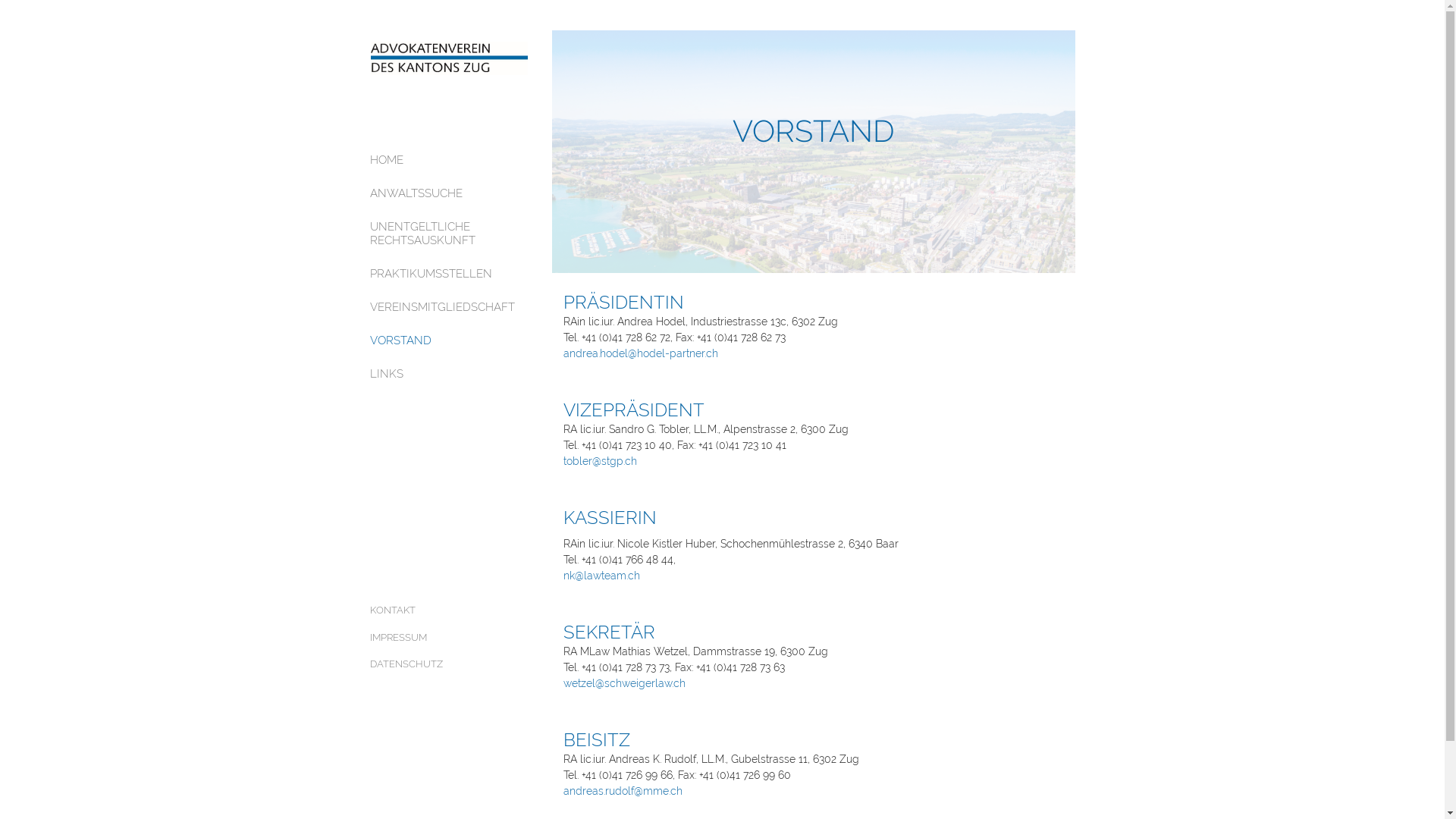 The width and height of the screenshot is (1456, 819). What do you see at coordinates (449, 663) in the screenshot?
I see `'DATENSCHUTZ'` at bounding box center [449, 663].